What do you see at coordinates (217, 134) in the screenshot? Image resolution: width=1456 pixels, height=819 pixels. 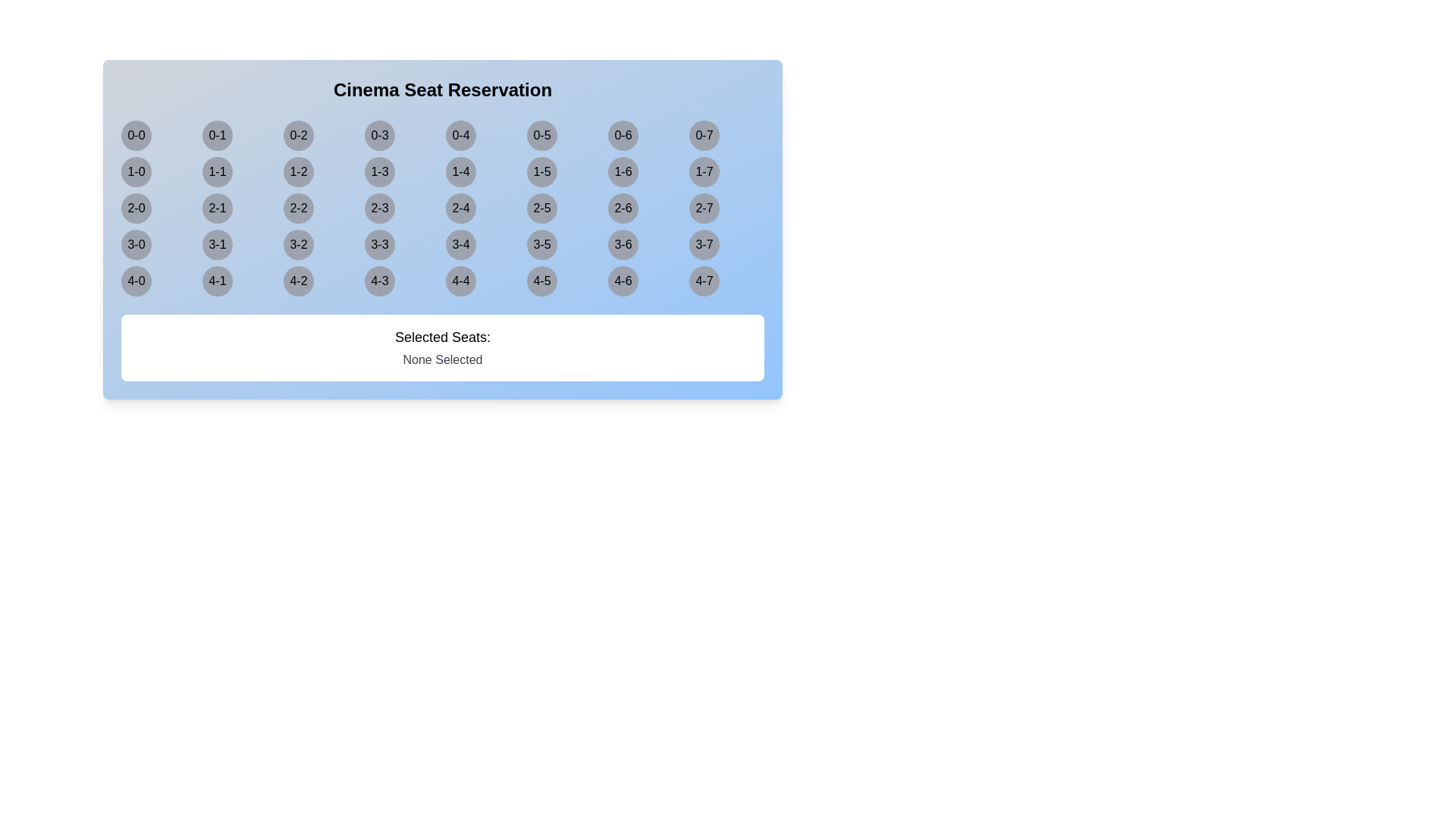 I see `the button representing a seat in the grid layout, located in the first row and second column` at bounding box center [217, 134].